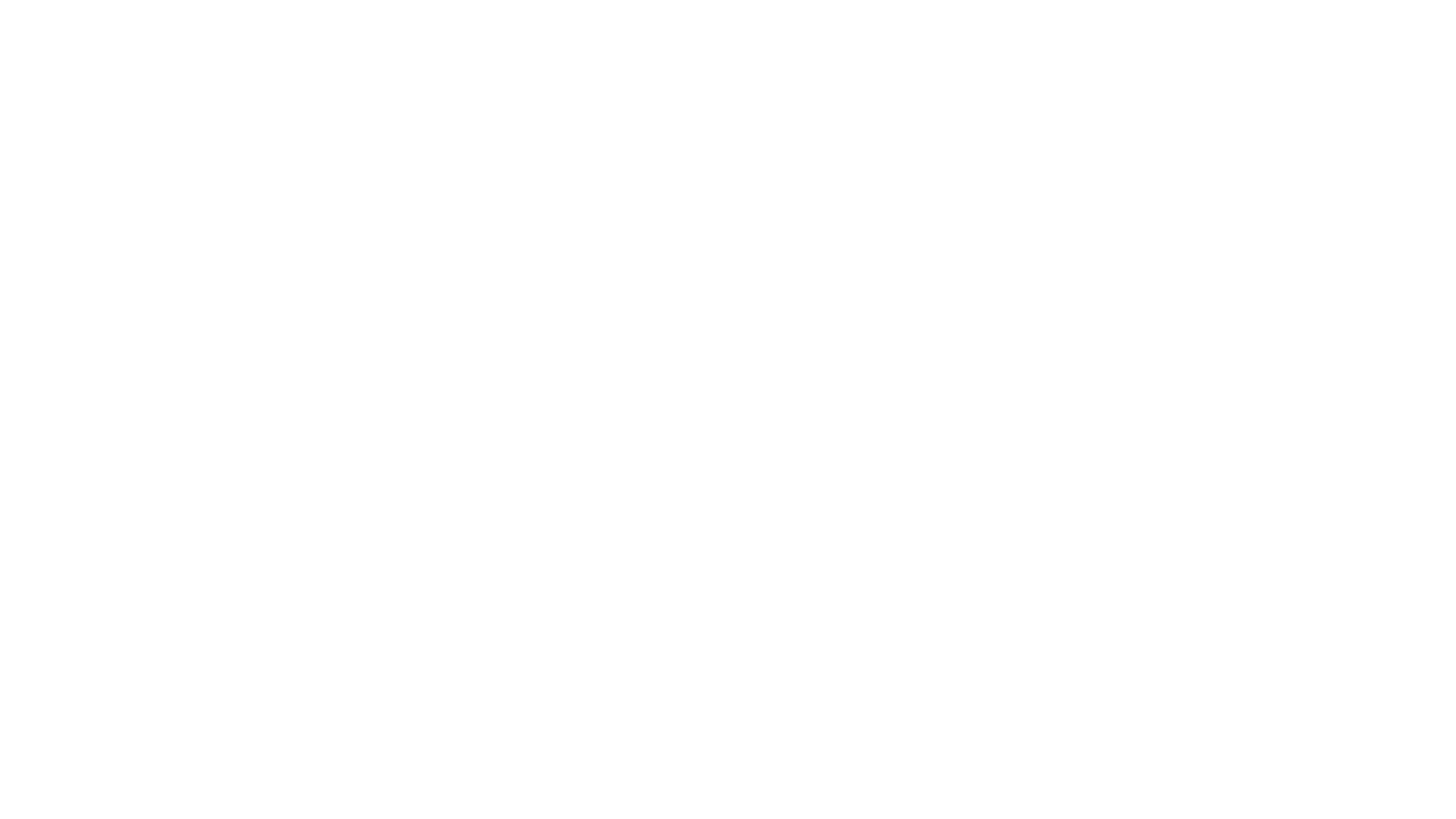  Describe the element at coordinates (1176, 369) in the screenshot. I see `TYPE` at that location.